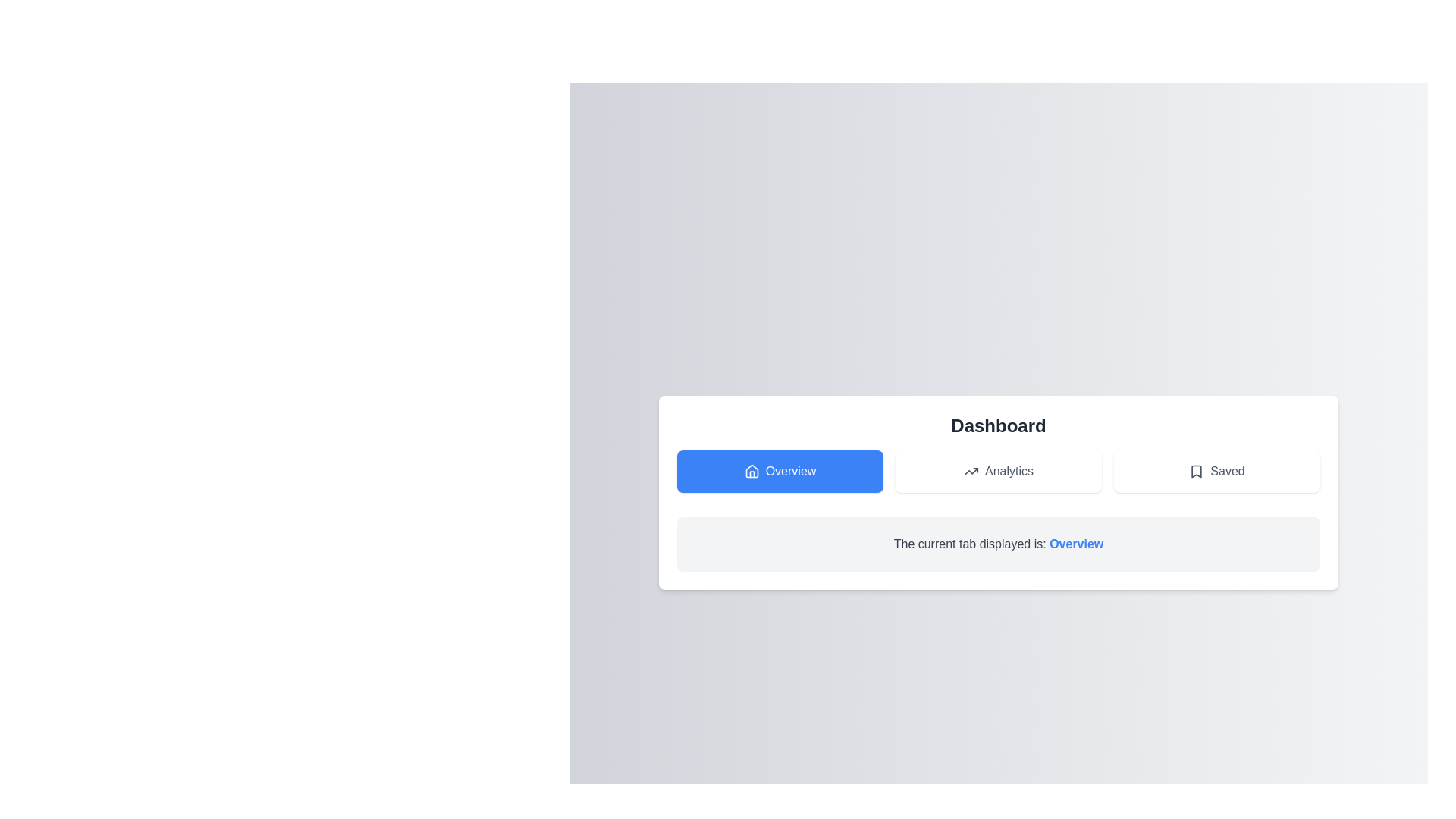 The height and width of the screenshot is (819, 1456). What do you see at coordinates (998, 470) in the screenshot?
I see `the 'Analytics' button, which is a rectangular button with a white background and an upward trending arrow icon on the left` at bounding box center [998, 470].